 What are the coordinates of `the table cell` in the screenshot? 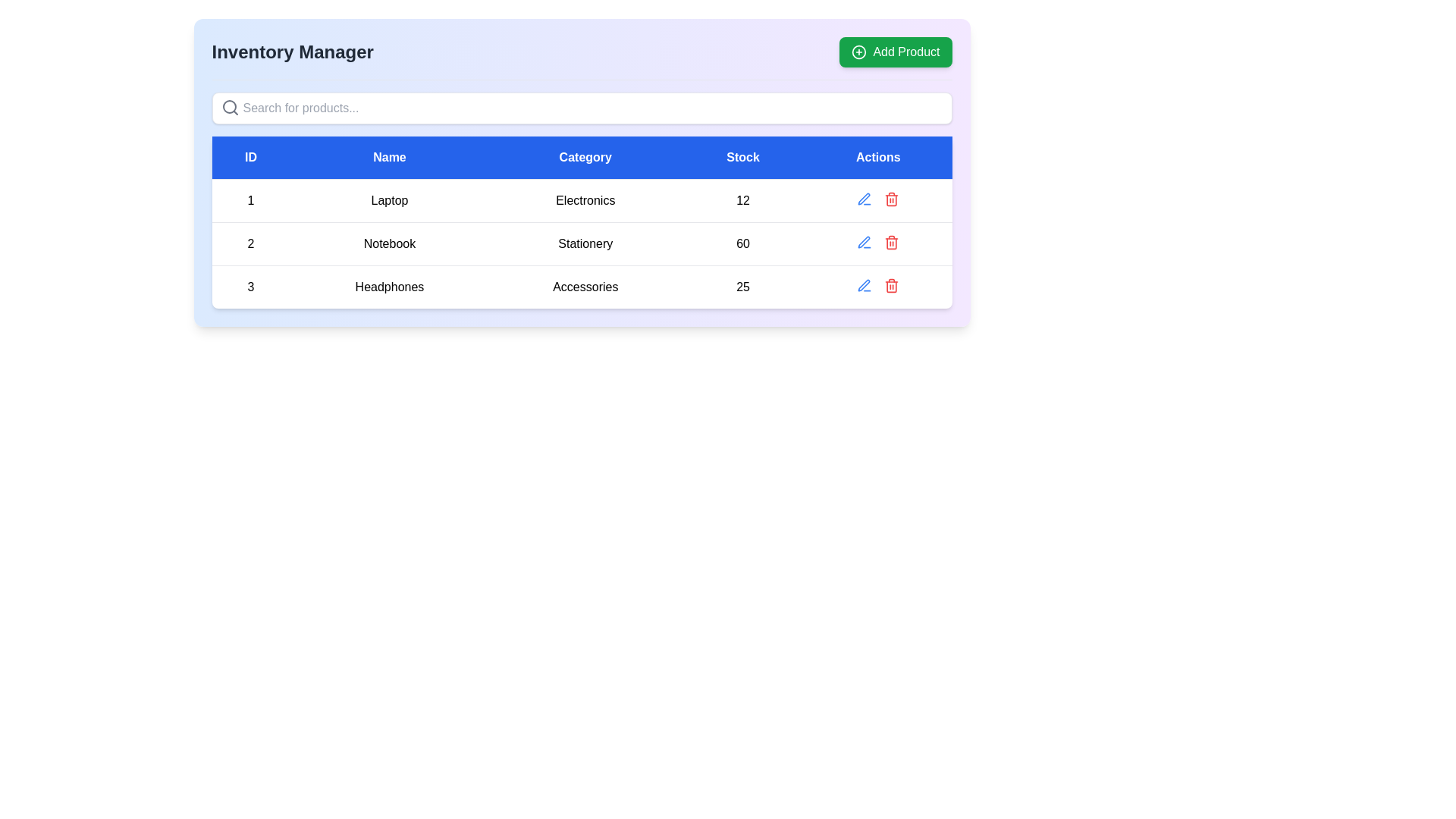 It's located at (581, 200).